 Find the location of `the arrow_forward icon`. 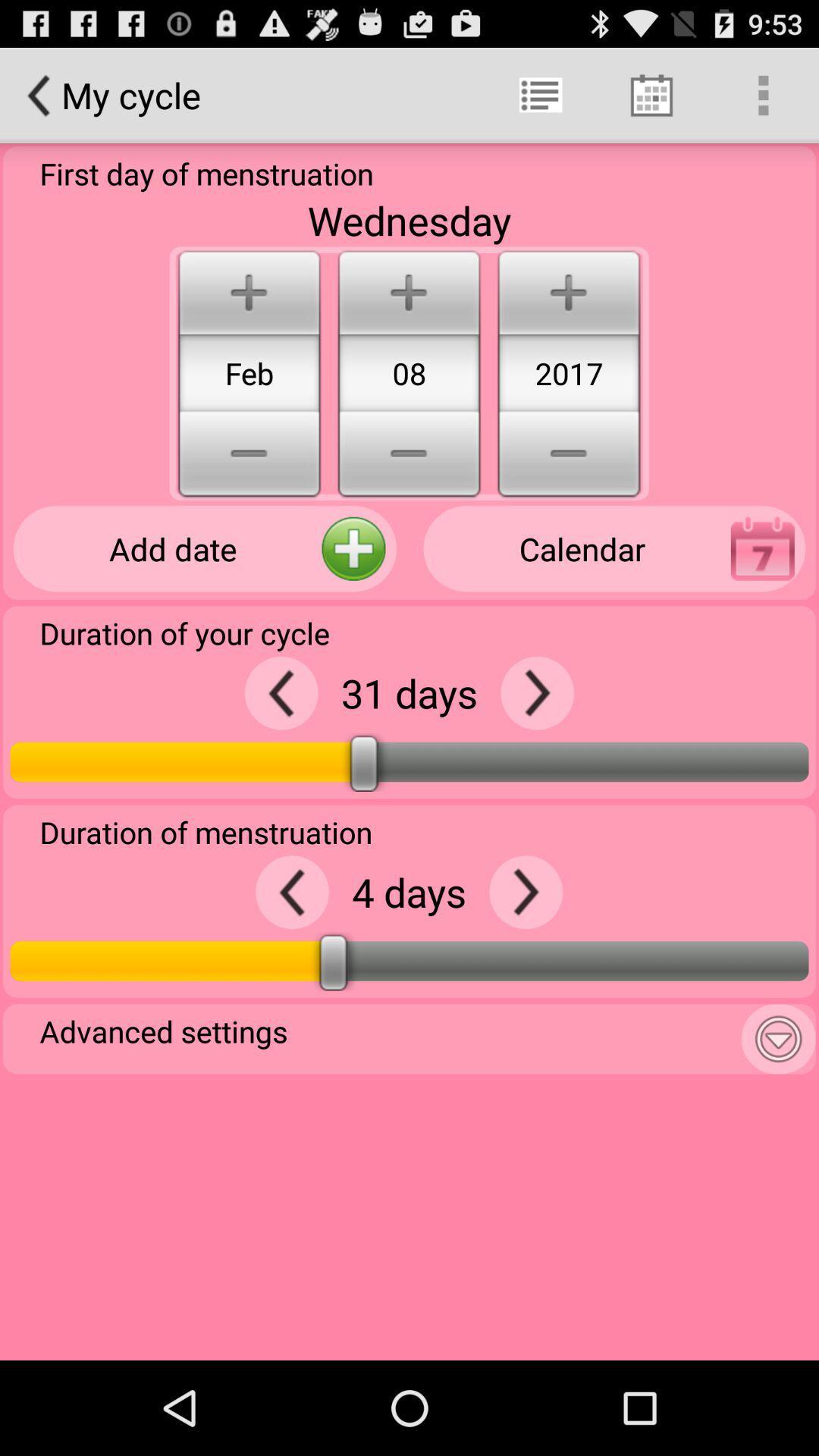

the arrow_forward icon is located at coordinates (536, 742).